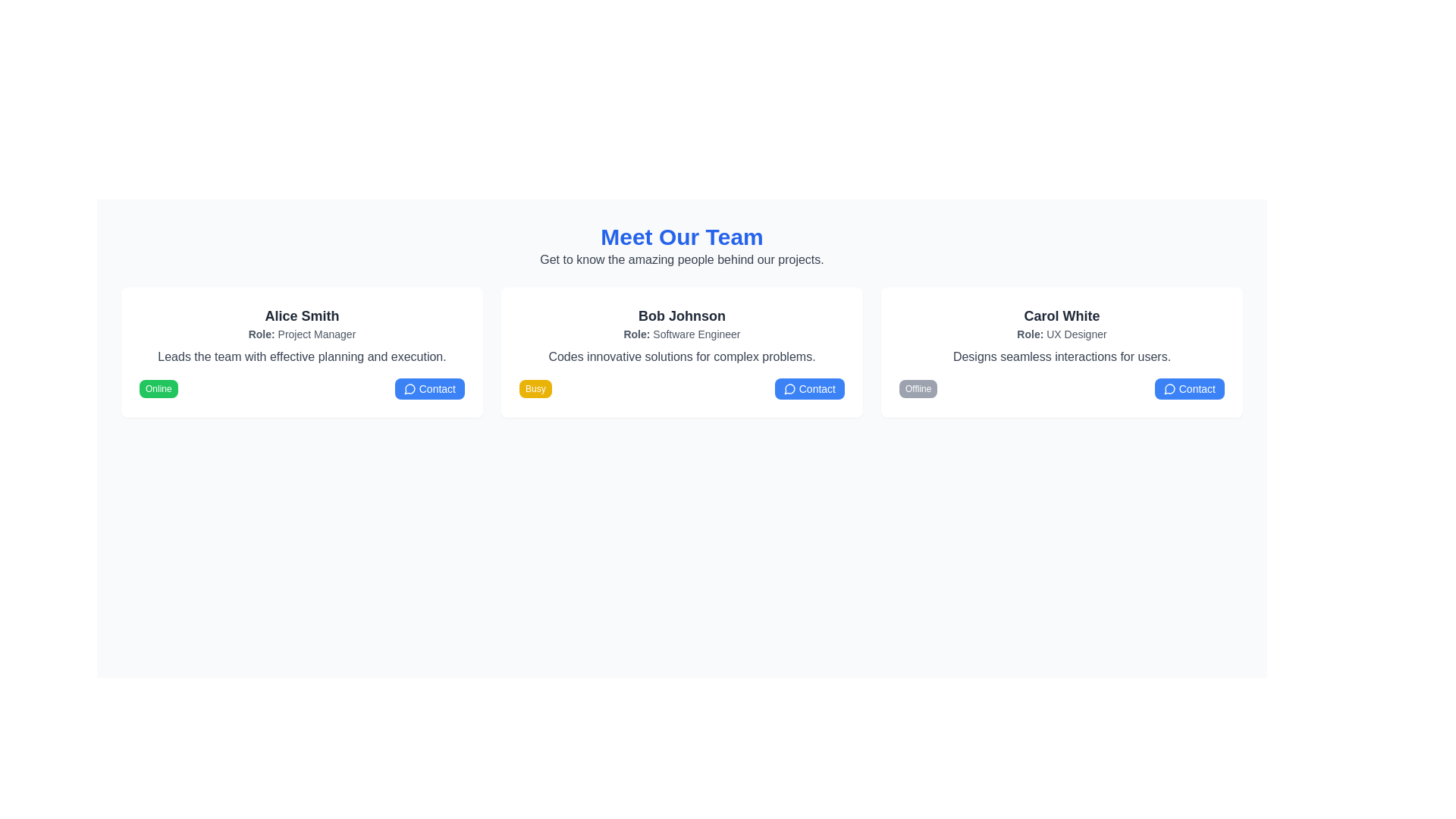 This screenshot has height=819, width=1456. What do you see at coordinates (681, 259) in the screenshot?
I see `the text label located beneath the 'Meet Our Team' headline, which serves to encourage users` at bounding box center [681, 259].